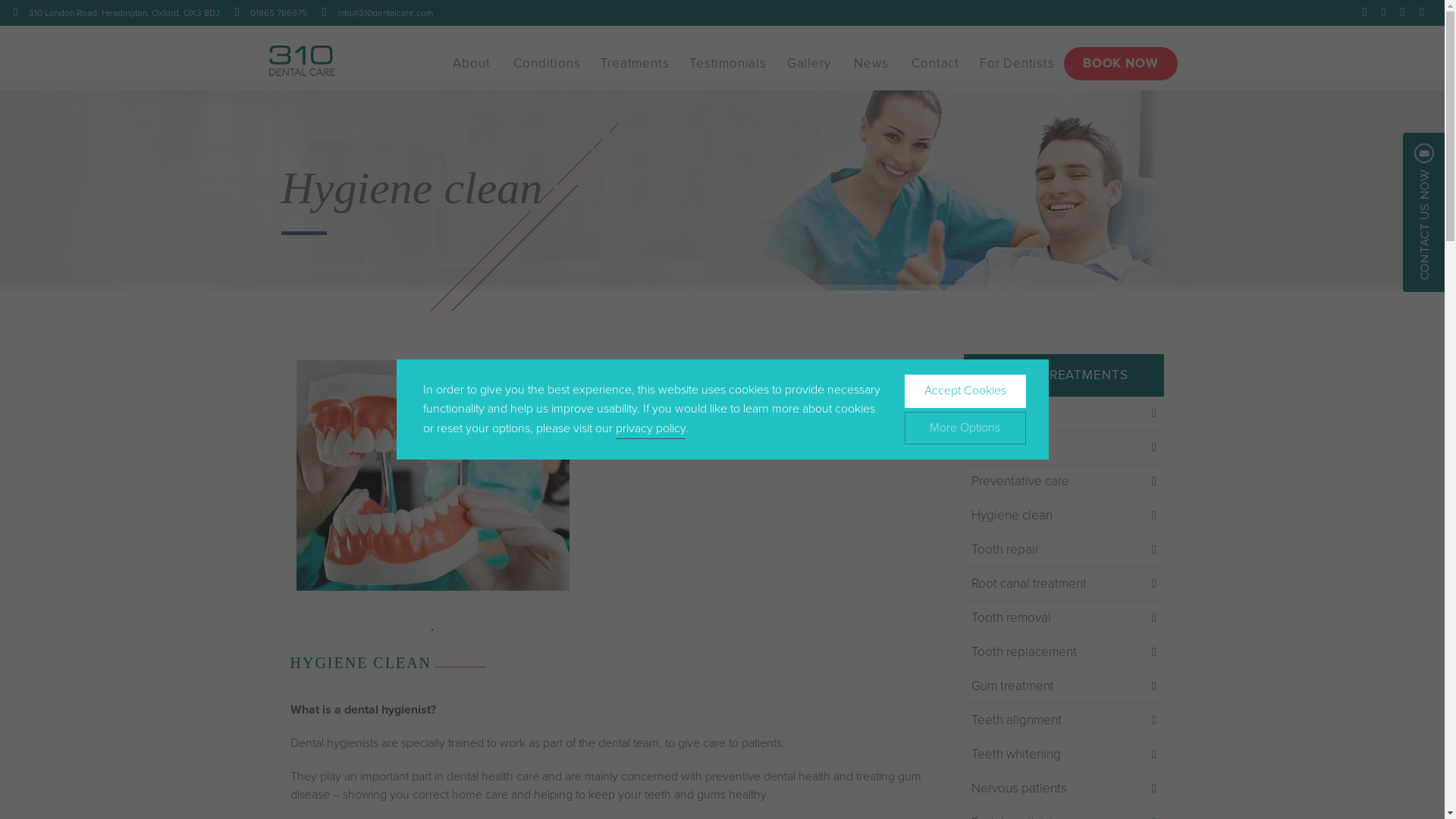 The width and height of the screenshot is (1456, 819). I want to click on 'Gallery', so click(808, 67).